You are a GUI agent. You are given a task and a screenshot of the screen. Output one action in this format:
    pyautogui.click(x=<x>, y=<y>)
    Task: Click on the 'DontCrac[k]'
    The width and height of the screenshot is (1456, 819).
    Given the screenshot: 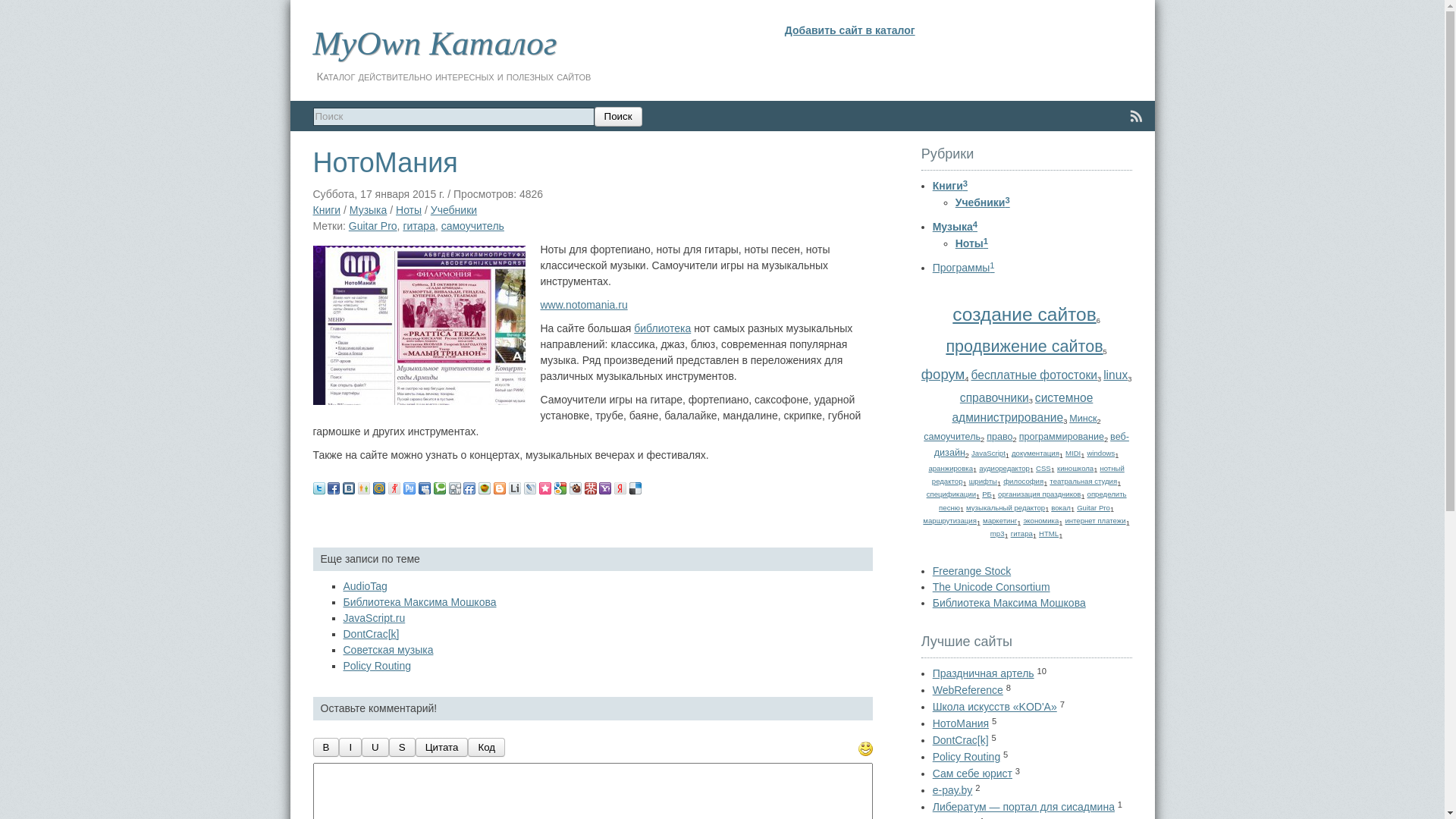 What is the action you would take?
    pyautogui.click(x=371, y=634)
    